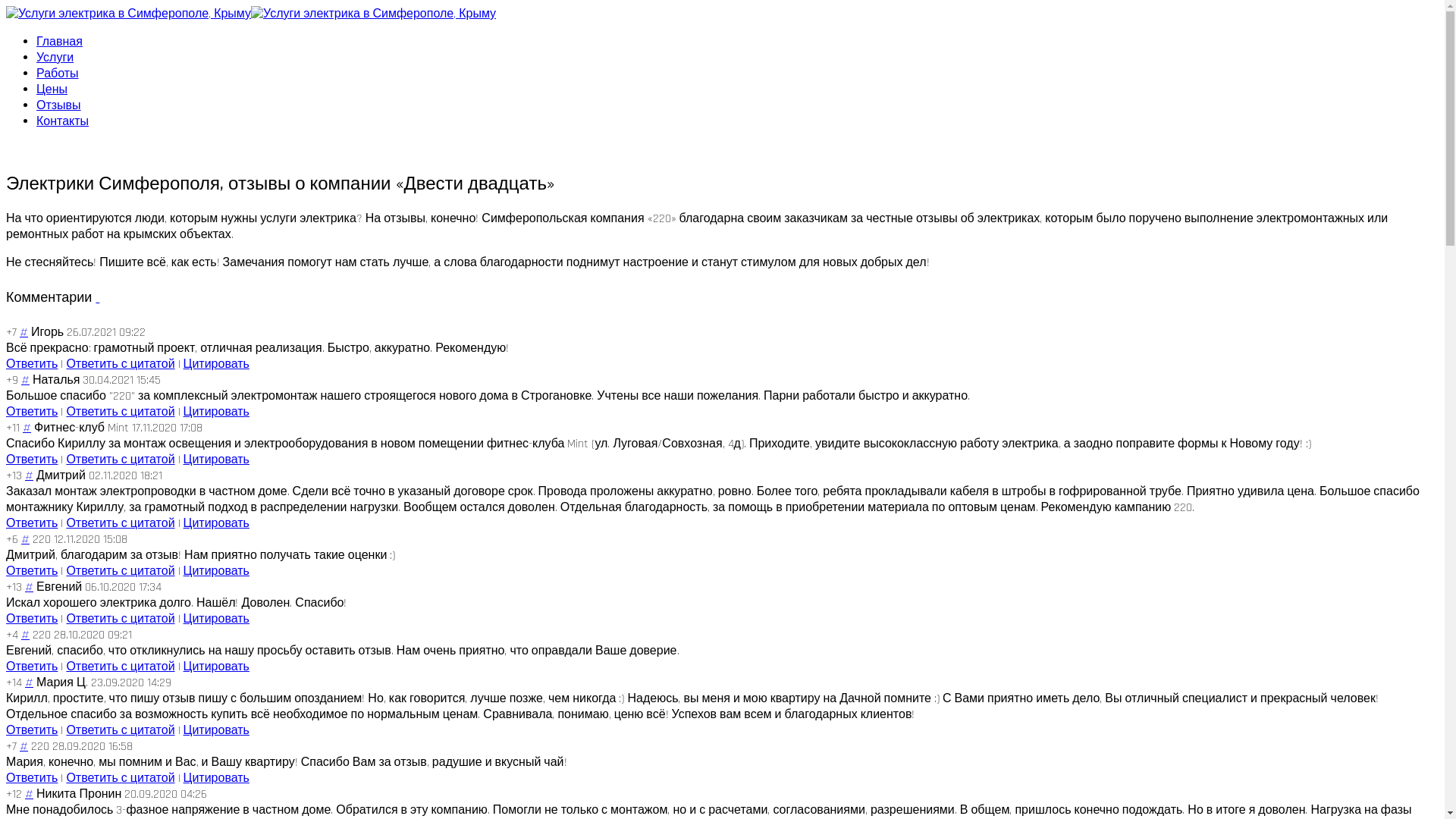  What do you see at coordinates (25, 538) in the screenshot?
I see `'#'` at bounding box center [25, 538].